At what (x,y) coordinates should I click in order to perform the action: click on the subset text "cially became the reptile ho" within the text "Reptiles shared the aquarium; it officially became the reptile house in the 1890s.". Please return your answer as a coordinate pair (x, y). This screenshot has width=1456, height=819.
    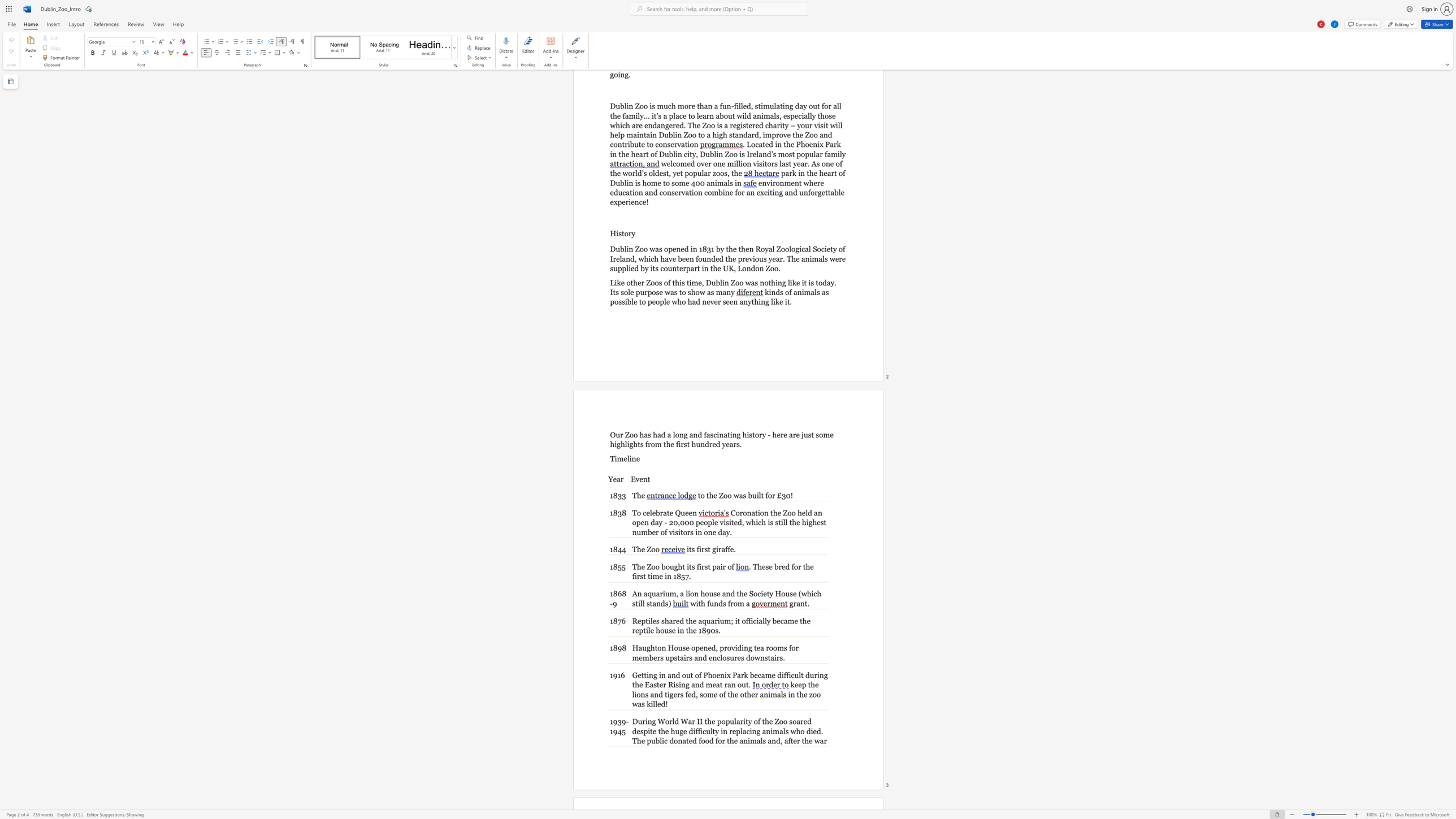
    Looking at the image, I should click on (753, 620).